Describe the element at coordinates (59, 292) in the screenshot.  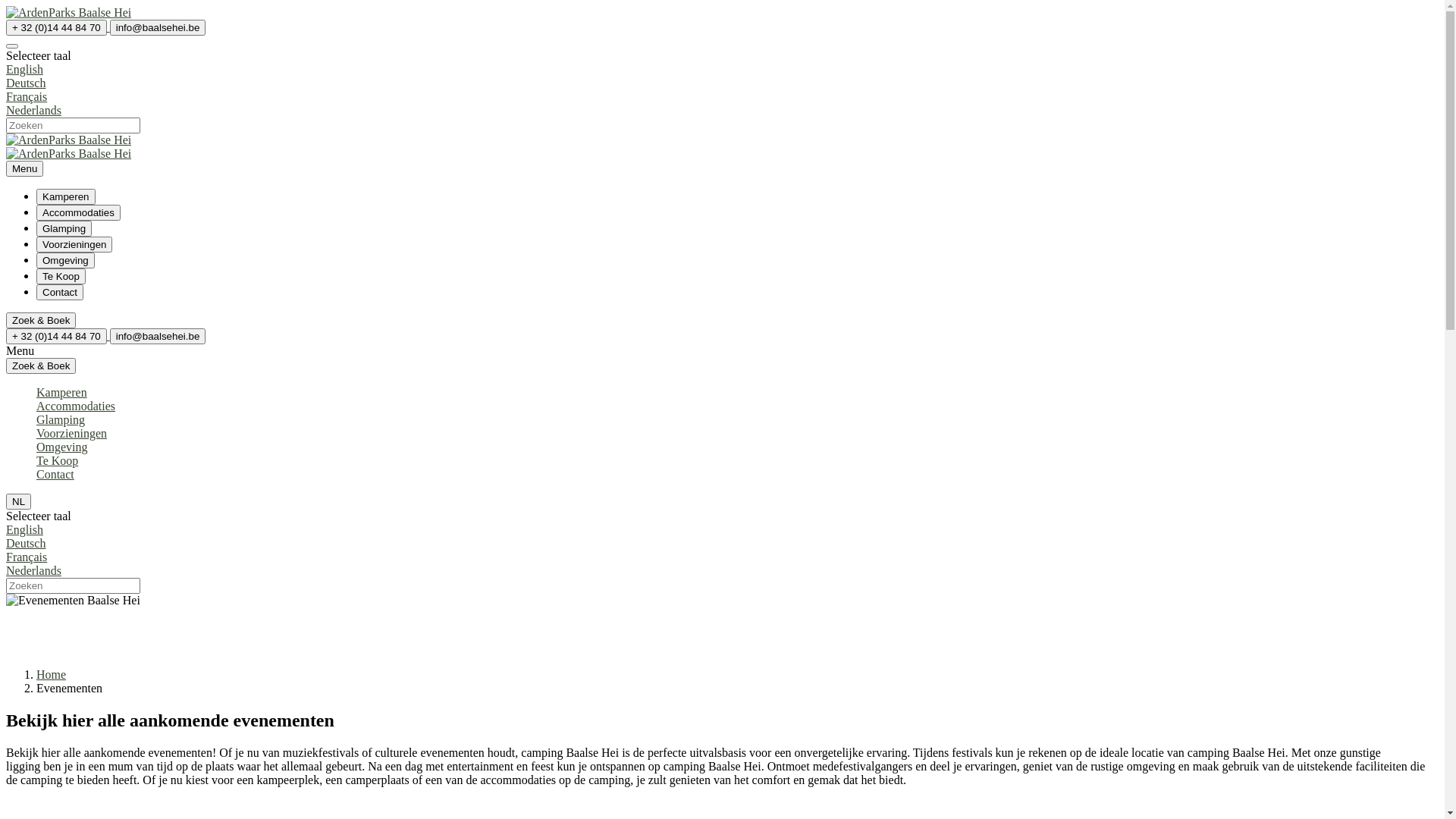
I see `'Contact'` at that location.